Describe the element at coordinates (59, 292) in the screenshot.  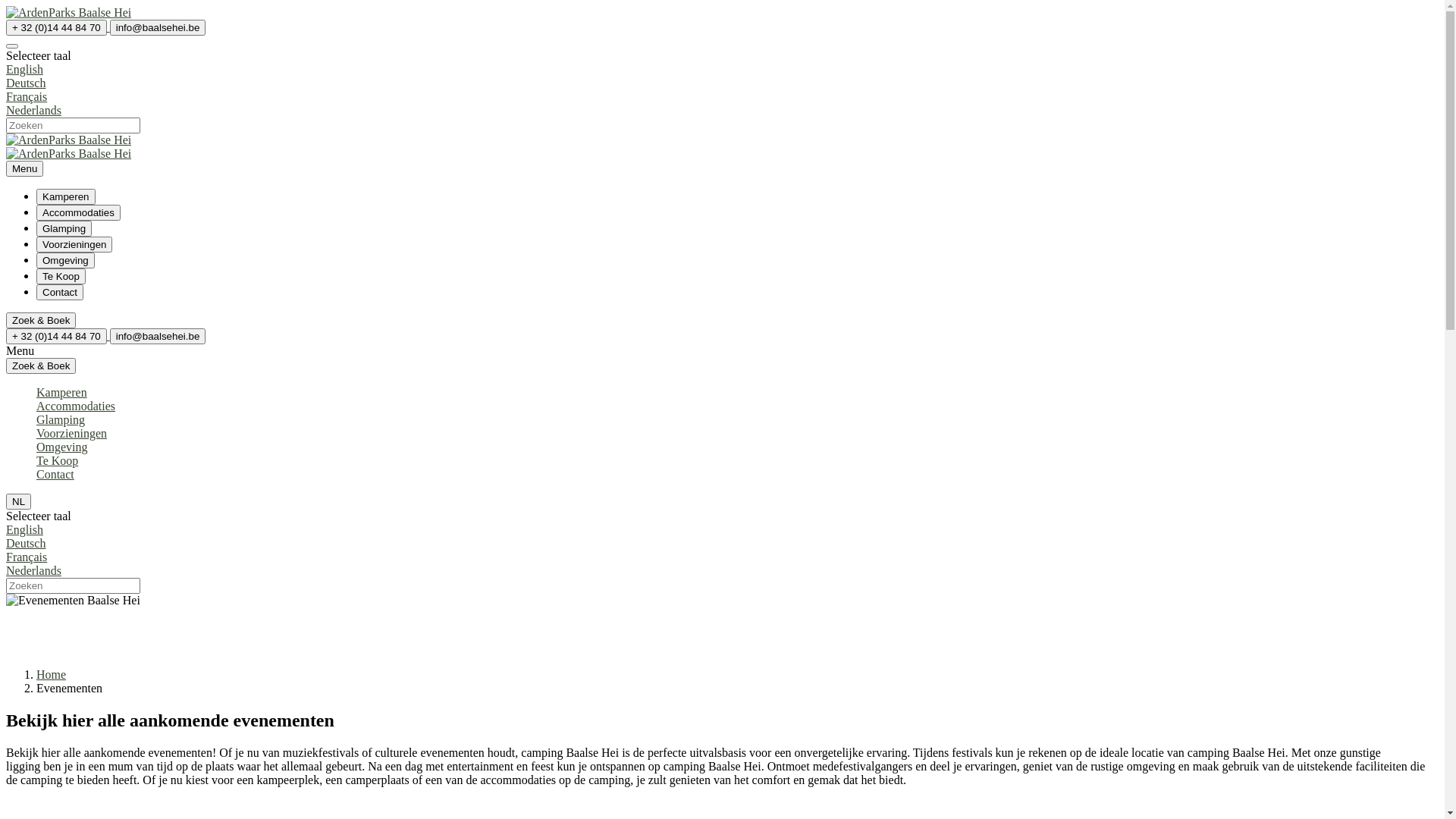
I see `'Contact'` at that location.